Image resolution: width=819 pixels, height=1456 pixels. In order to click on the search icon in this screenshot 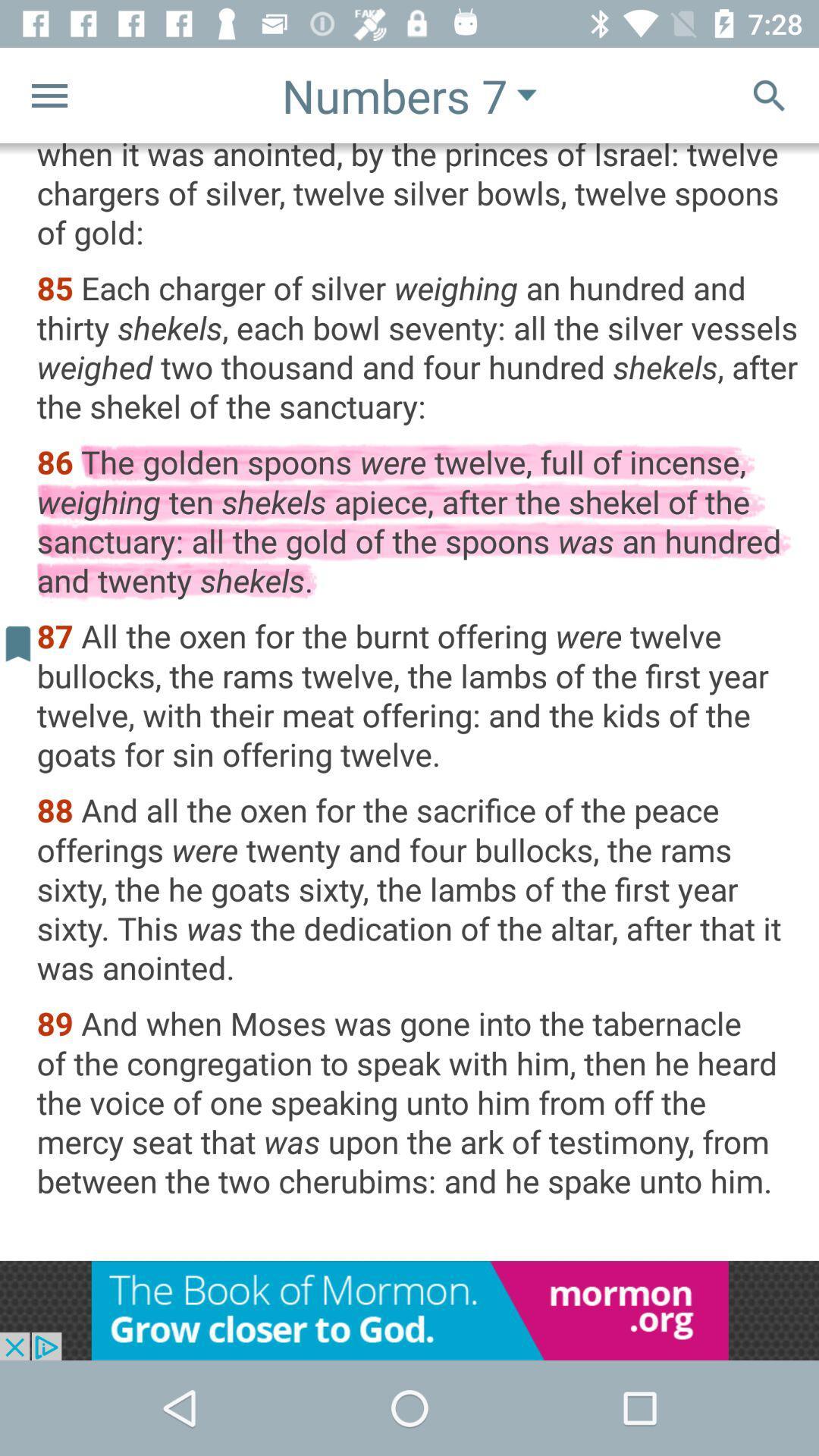, I will do `click(769, 94)`.